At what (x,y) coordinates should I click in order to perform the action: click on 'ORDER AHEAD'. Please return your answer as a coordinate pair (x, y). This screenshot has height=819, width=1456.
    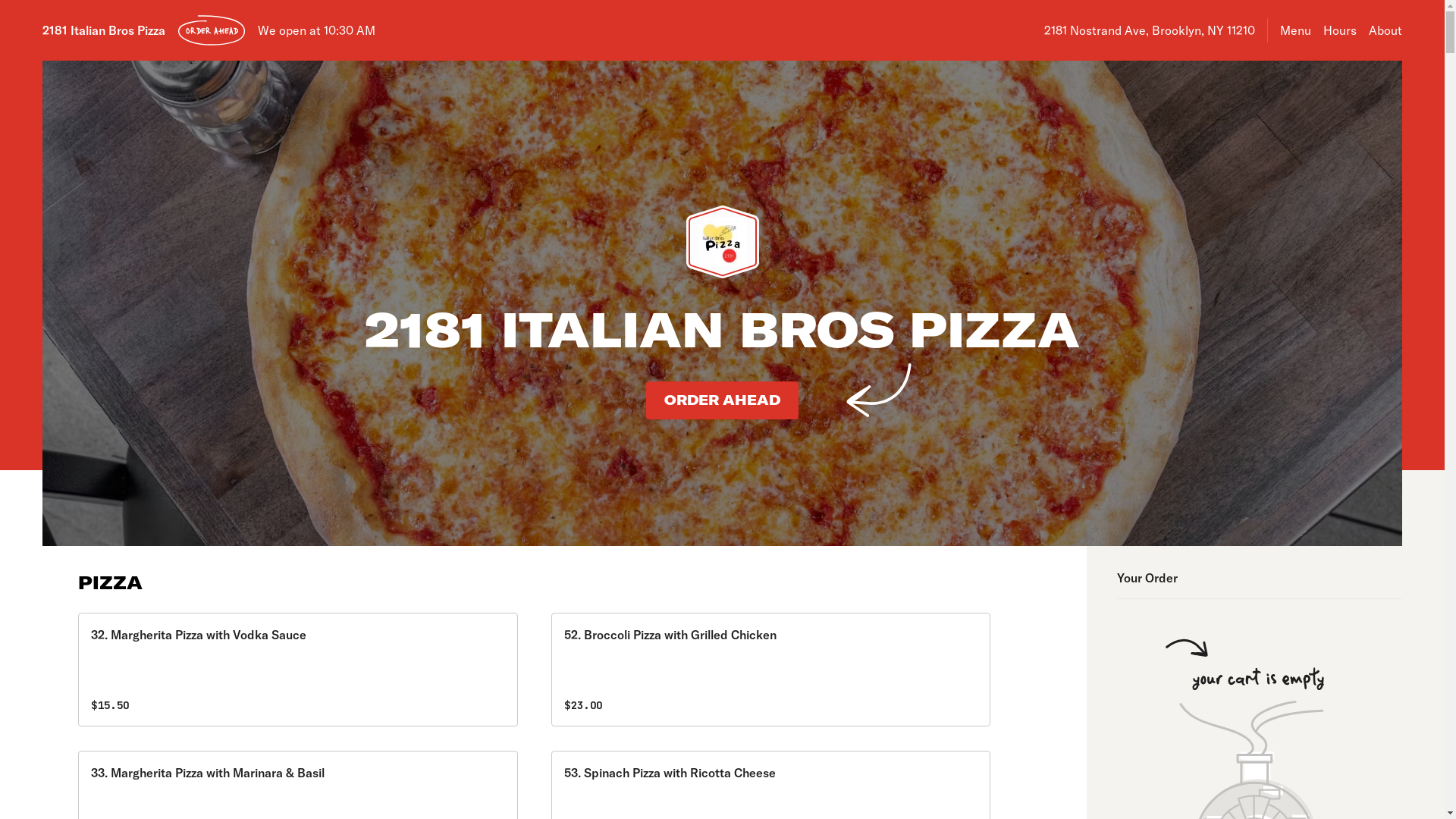
    Looking at the image, I should click on (210, 30).